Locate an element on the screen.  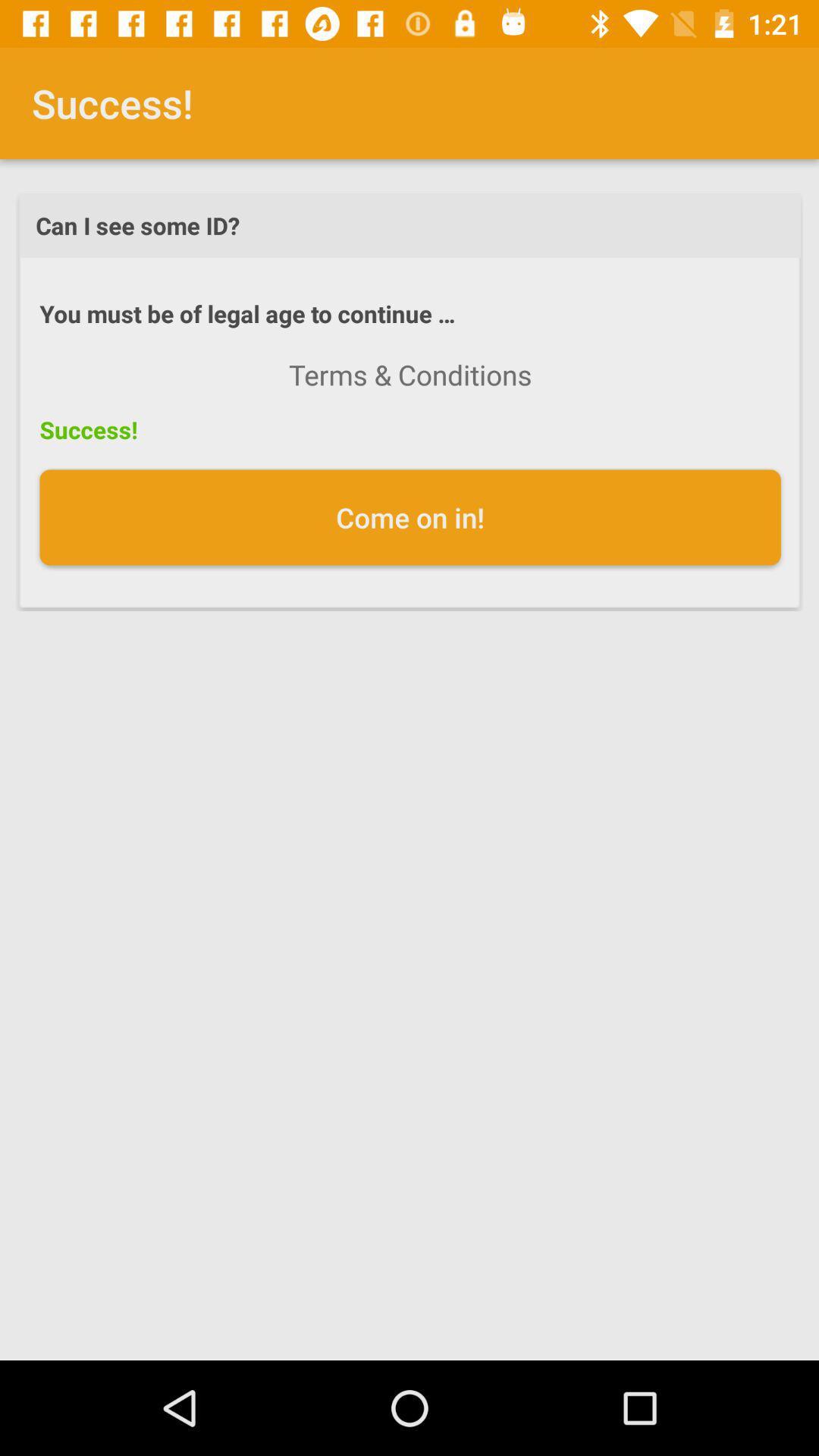
the terms & conditions is located at coordinates (410, 375).